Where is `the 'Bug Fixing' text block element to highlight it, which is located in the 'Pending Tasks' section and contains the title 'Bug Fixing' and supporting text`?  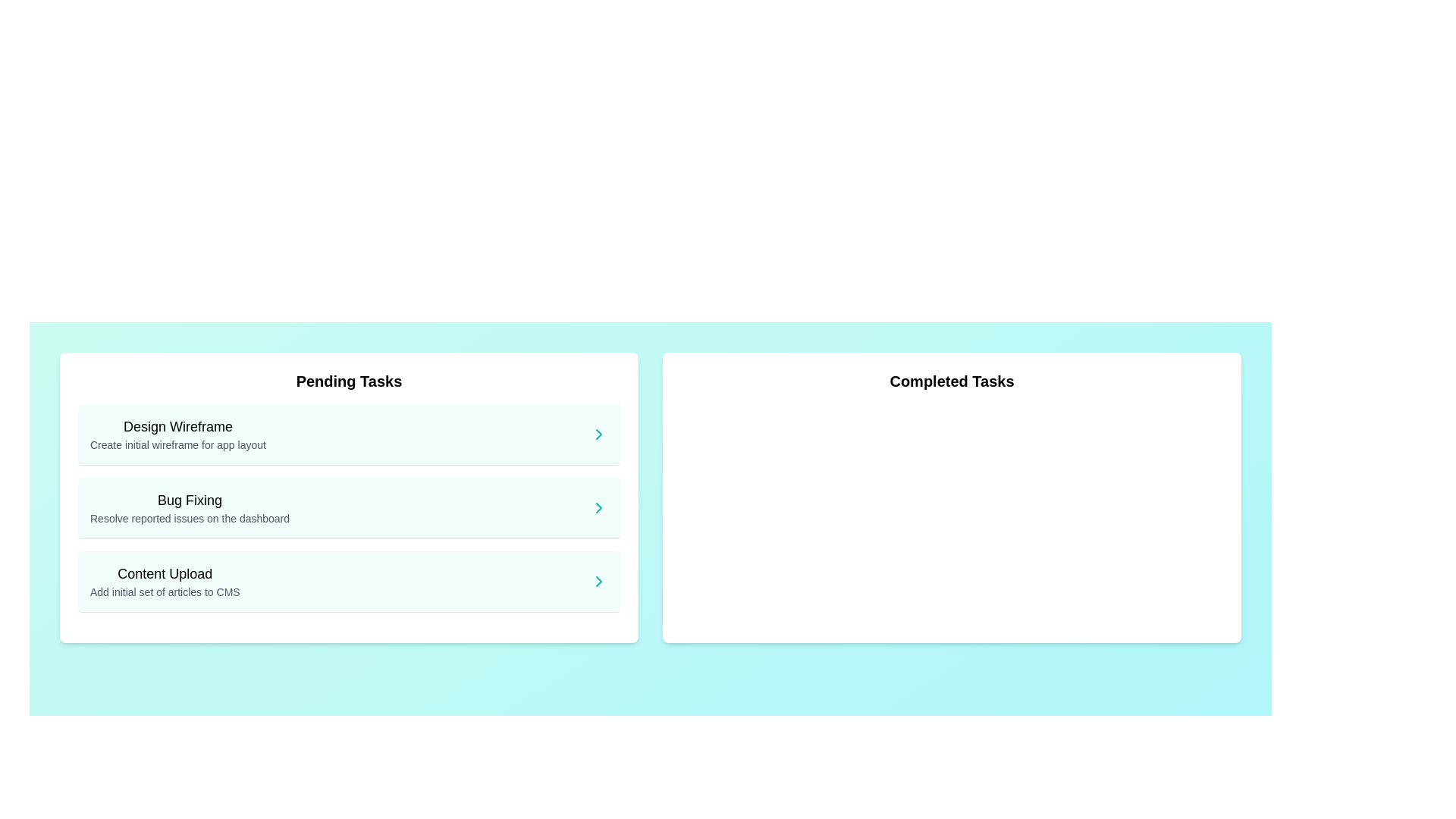 the 'Bug Fixing' text block element to highlight it, which is located in the 'Pending Tasks' section and contains the title 'Bug Fixing' and supporting text is located at coordinates (189, 508).